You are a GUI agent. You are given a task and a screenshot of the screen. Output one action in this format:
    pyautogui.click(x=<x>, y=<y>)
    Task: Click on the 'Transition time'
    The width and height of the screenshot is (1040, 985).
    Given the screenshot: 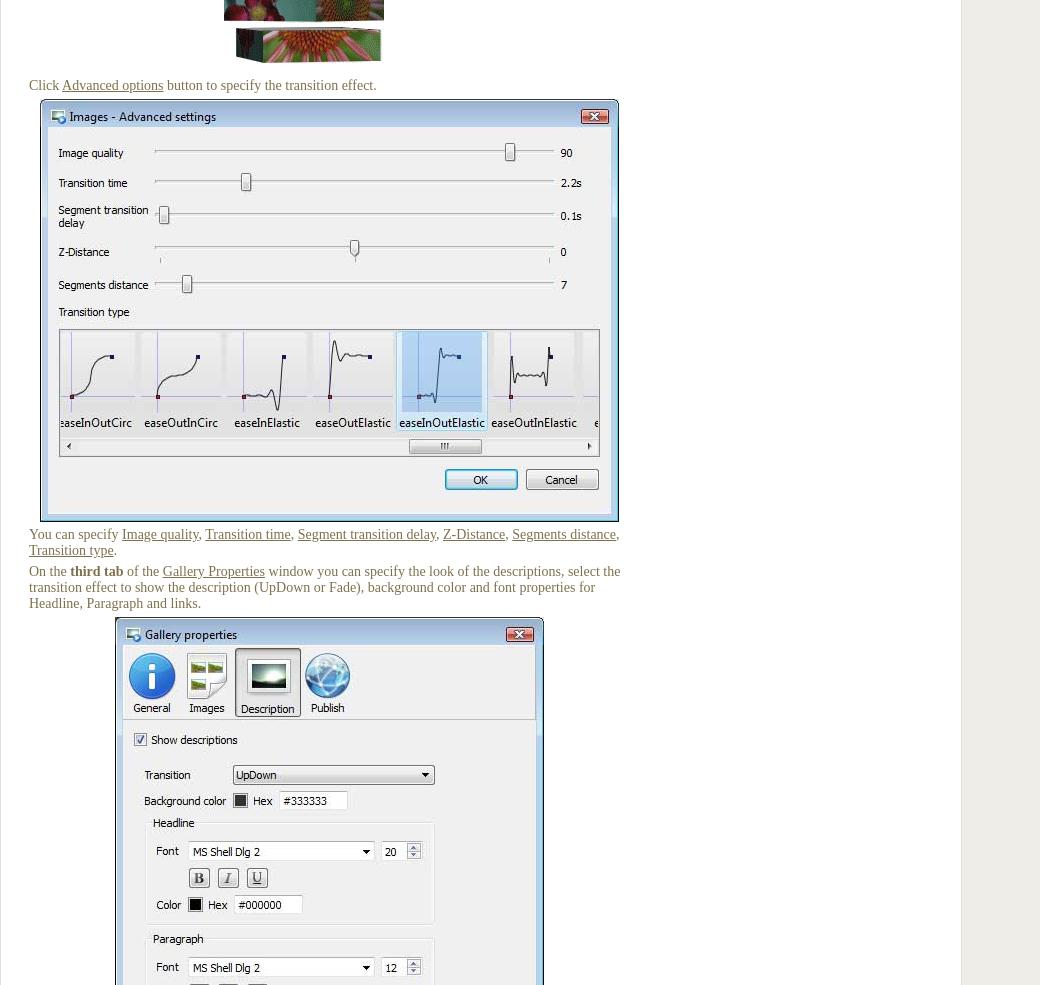 What is the action you would take?
    pyautogui.click(x=247, y=533)
    